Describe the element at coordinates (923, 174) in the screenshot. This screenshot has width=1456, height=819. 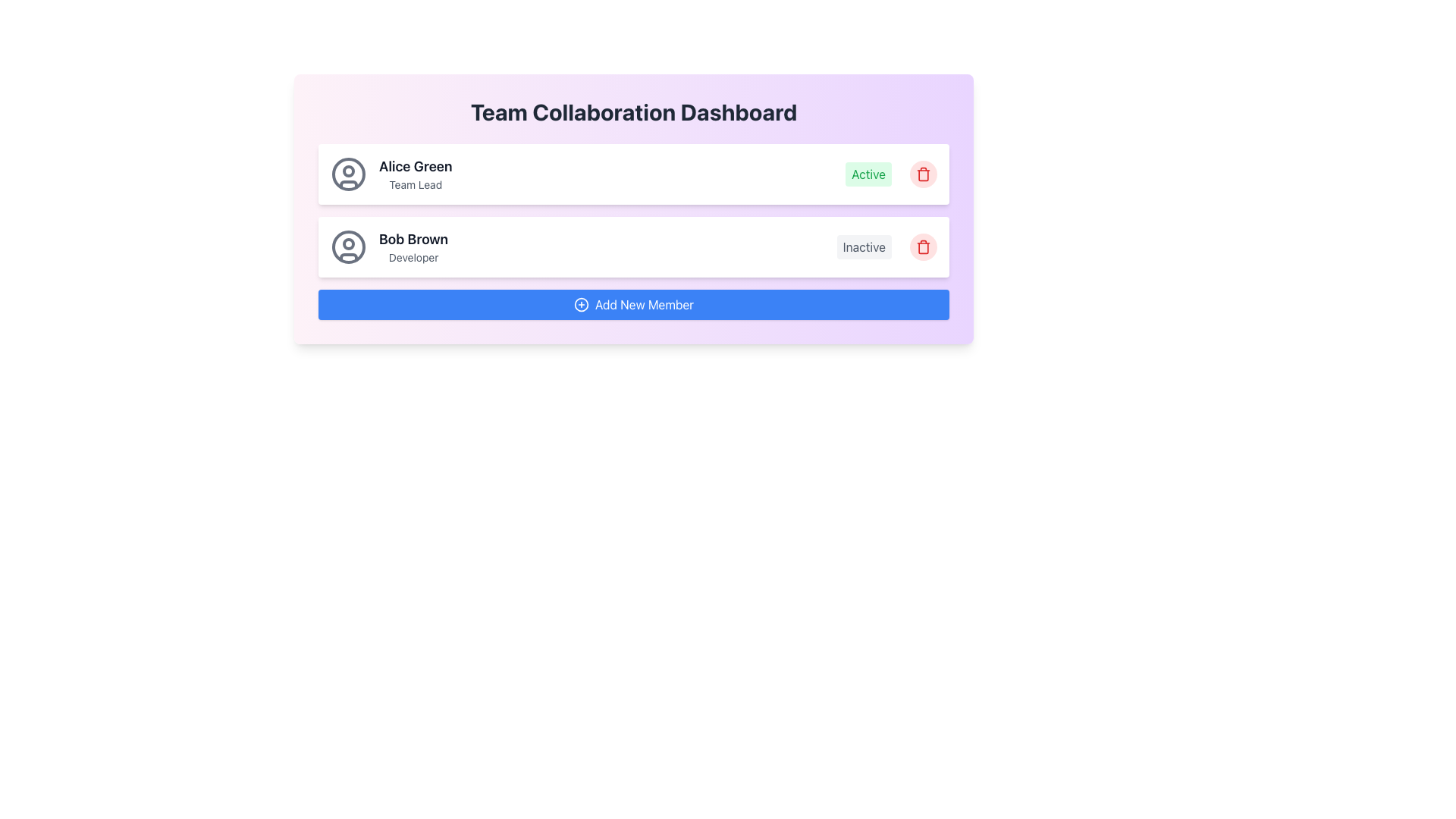
I see `the trash bin icon located at the far right side of the second row, corresponding to the member named 'Bob Brown', to initiate the delete action` at that location.